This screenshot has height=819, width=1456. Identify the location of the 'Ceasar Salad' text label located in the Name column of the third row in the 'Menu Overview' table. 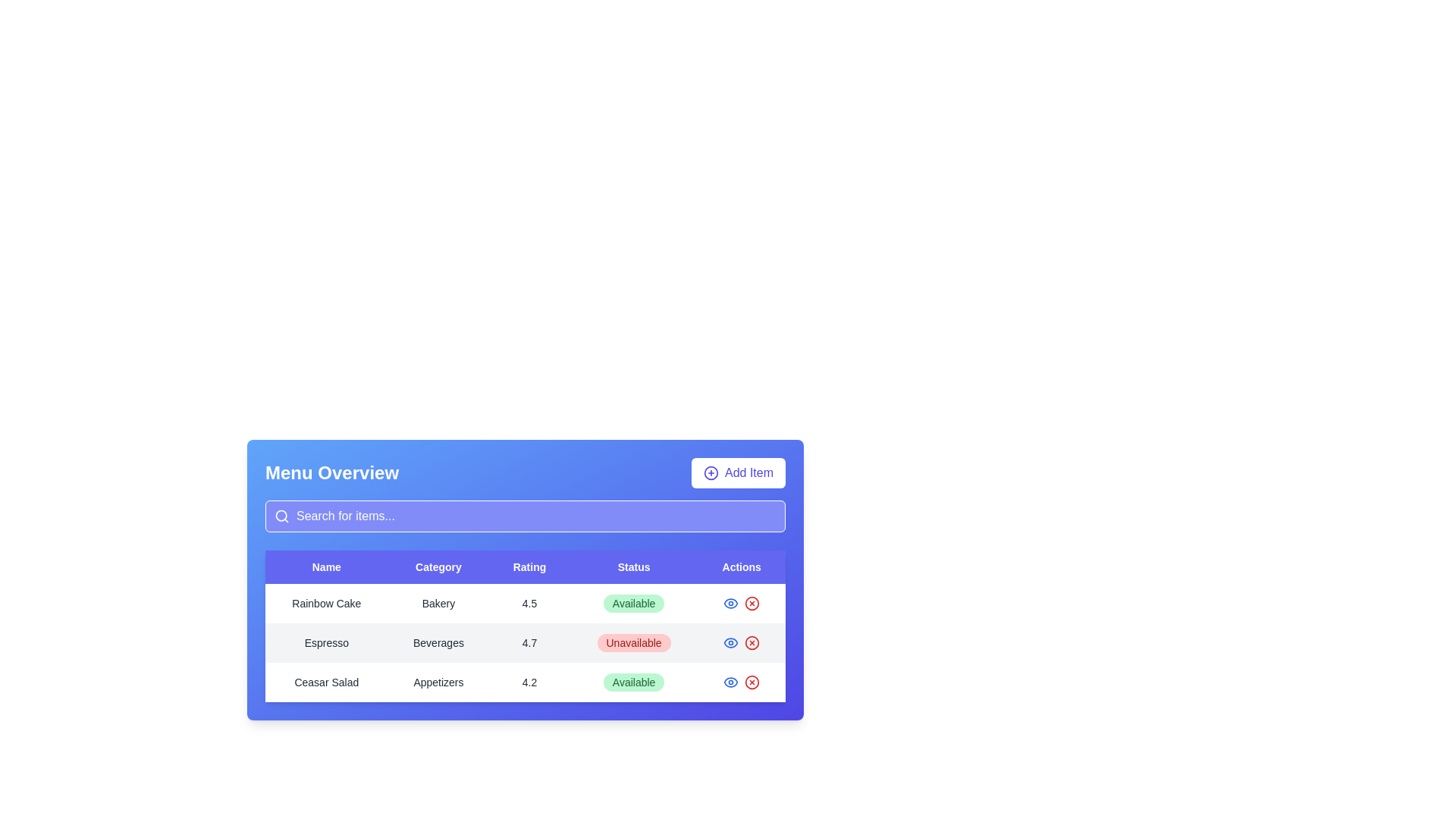
(325, 681).